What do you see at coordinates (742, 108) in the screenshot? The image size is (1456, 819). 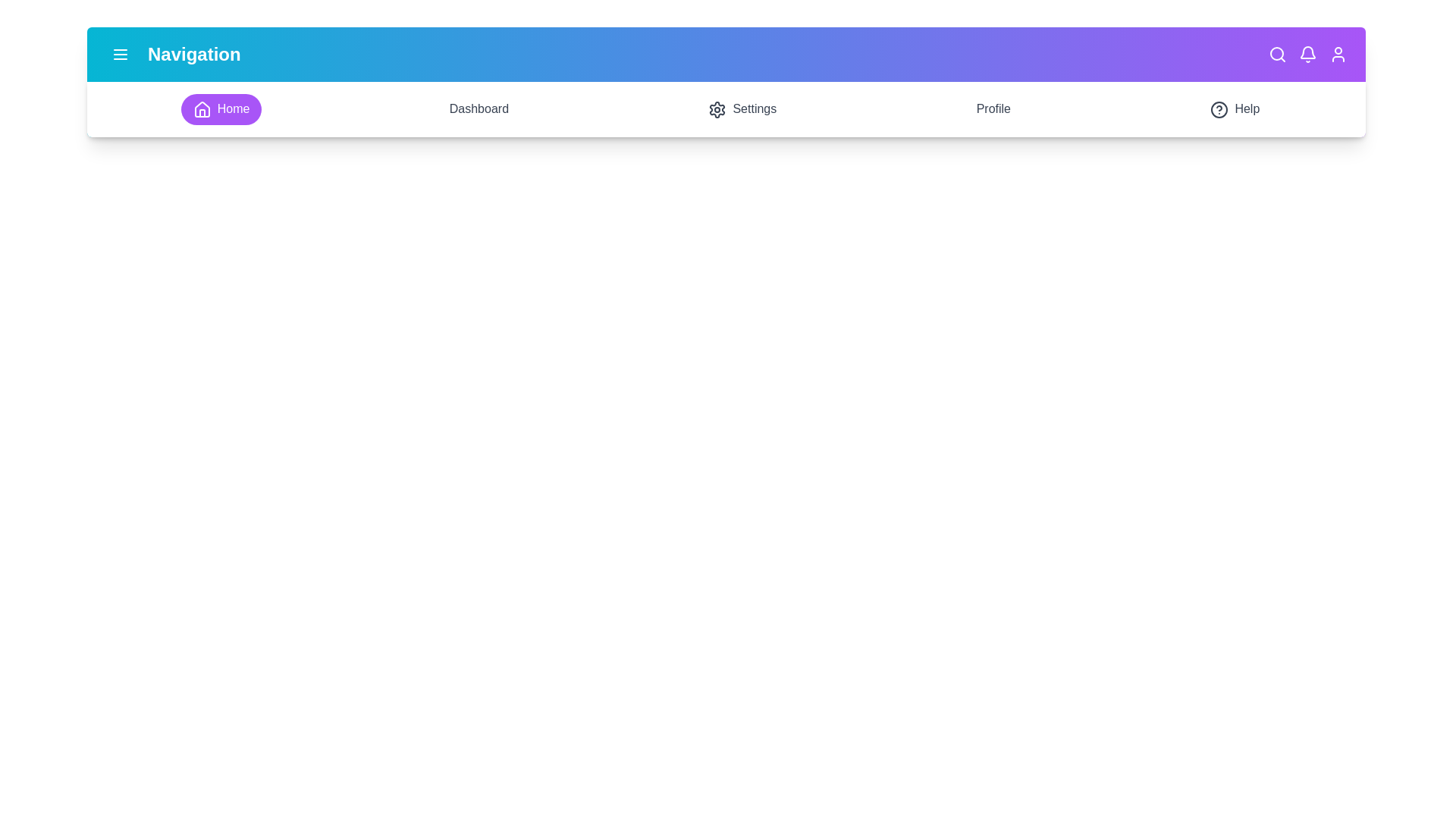 I see `the Settings section in the navigation bar` at bounding box center [742, 108].